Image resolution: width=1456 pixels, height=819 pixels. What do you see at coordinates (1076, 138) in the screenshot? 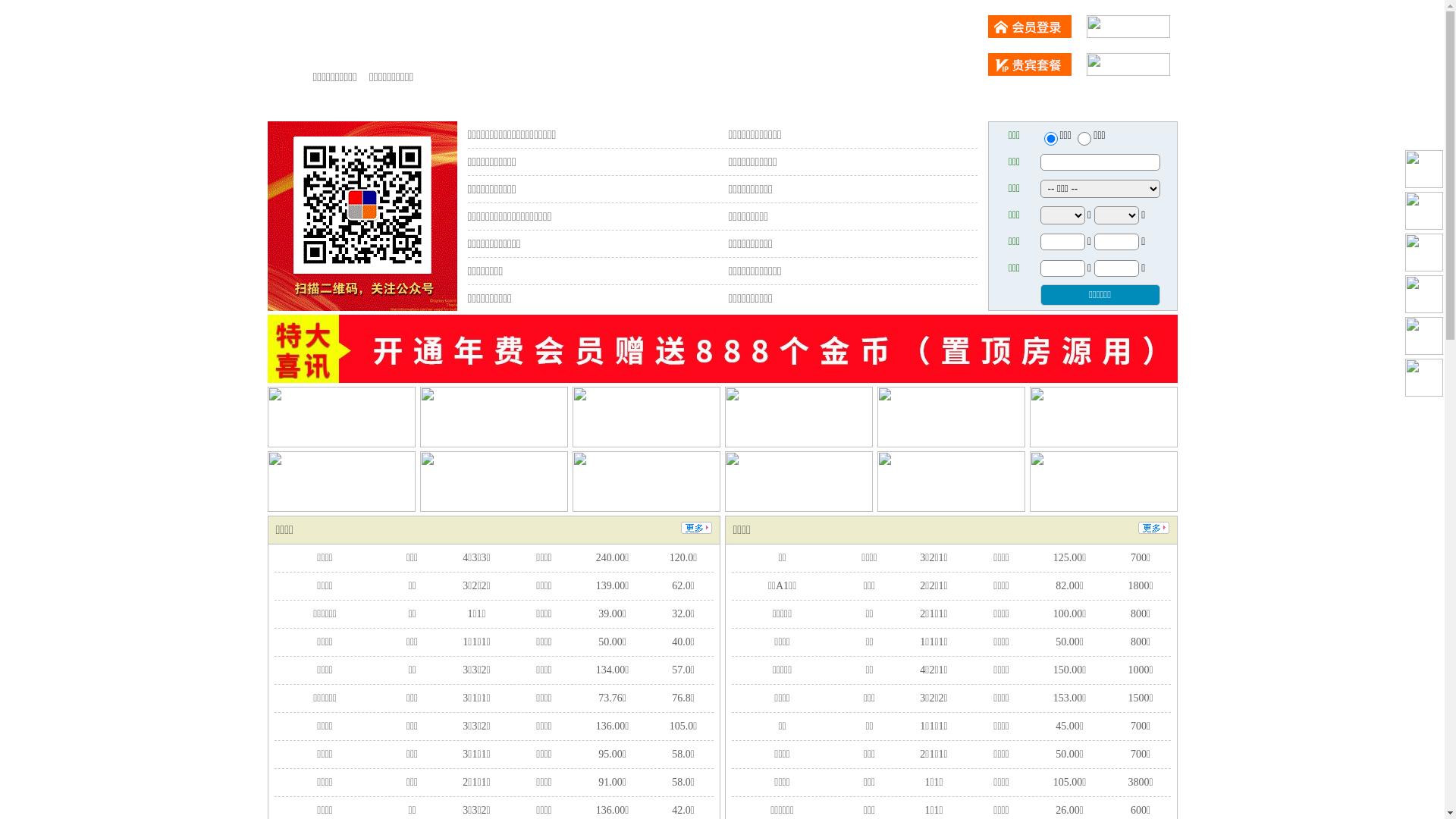
I see `'chuzu'` at bounding box center [1076, 138].